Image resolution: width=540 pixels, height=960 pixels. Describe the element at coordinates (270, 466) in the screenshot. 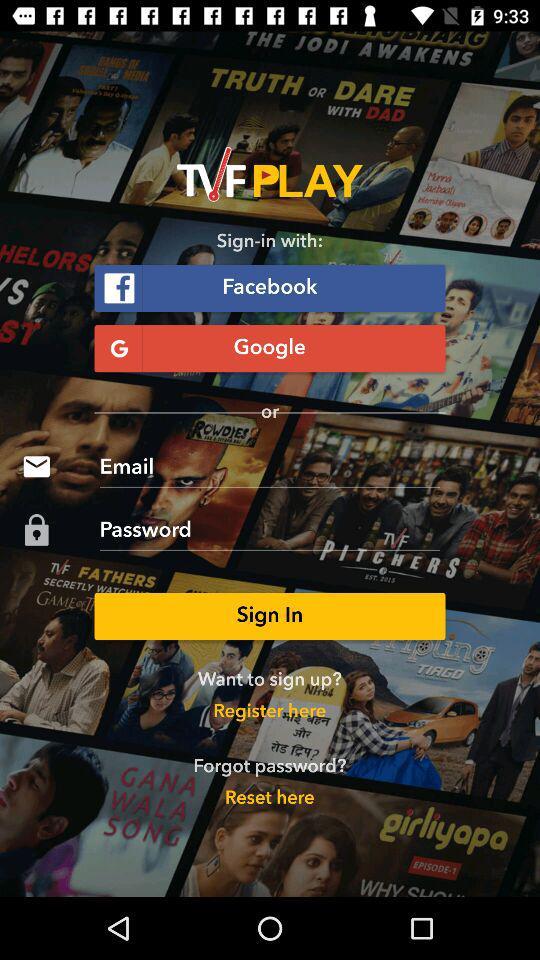

I see `icon below  or  icon` at that location.